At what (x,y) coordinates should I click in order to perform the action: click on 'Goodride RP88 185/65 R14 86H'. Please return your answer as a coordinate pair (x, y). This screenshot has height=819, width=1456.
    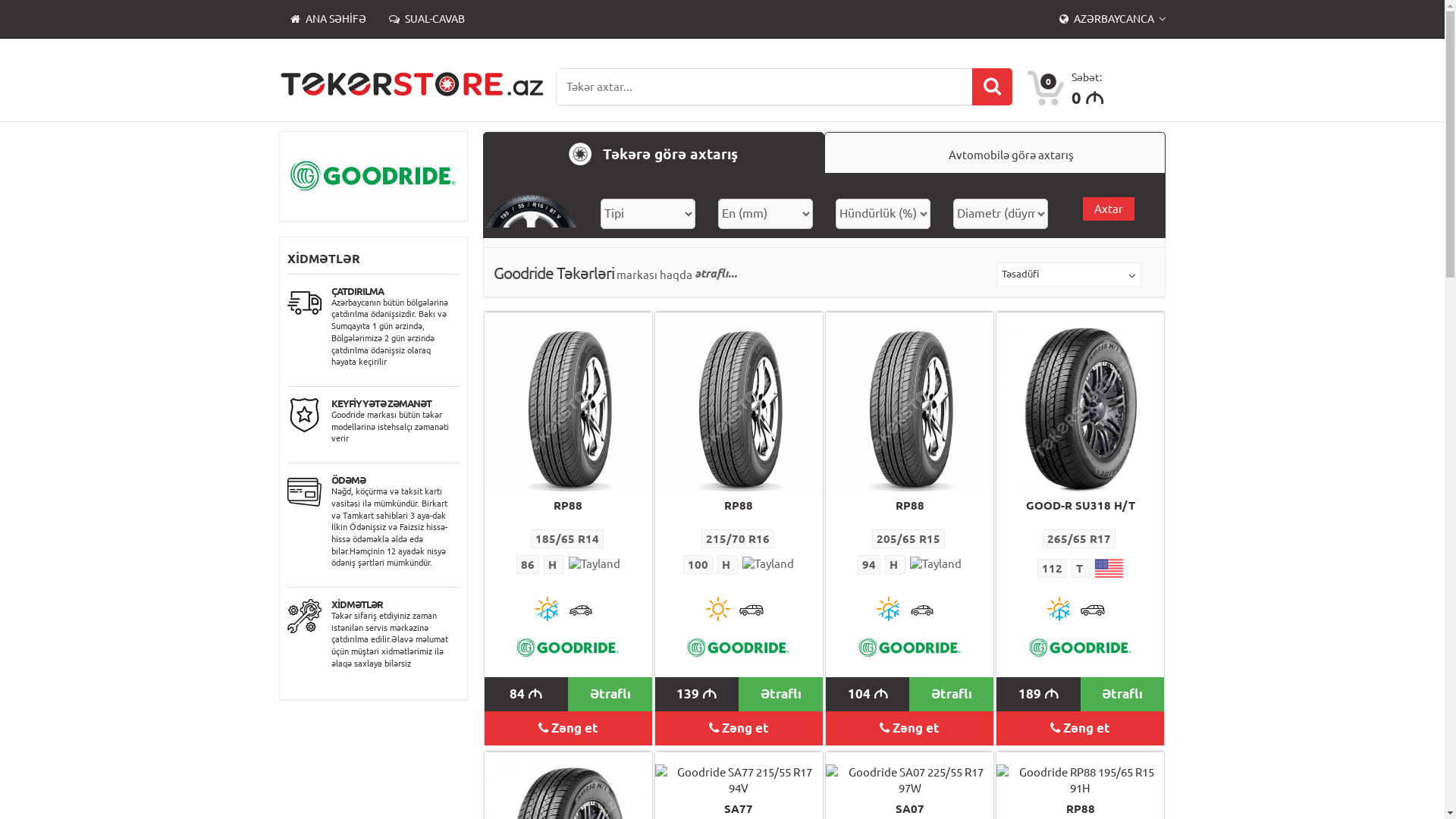
    Looking at the image, I should click on (483, 407).